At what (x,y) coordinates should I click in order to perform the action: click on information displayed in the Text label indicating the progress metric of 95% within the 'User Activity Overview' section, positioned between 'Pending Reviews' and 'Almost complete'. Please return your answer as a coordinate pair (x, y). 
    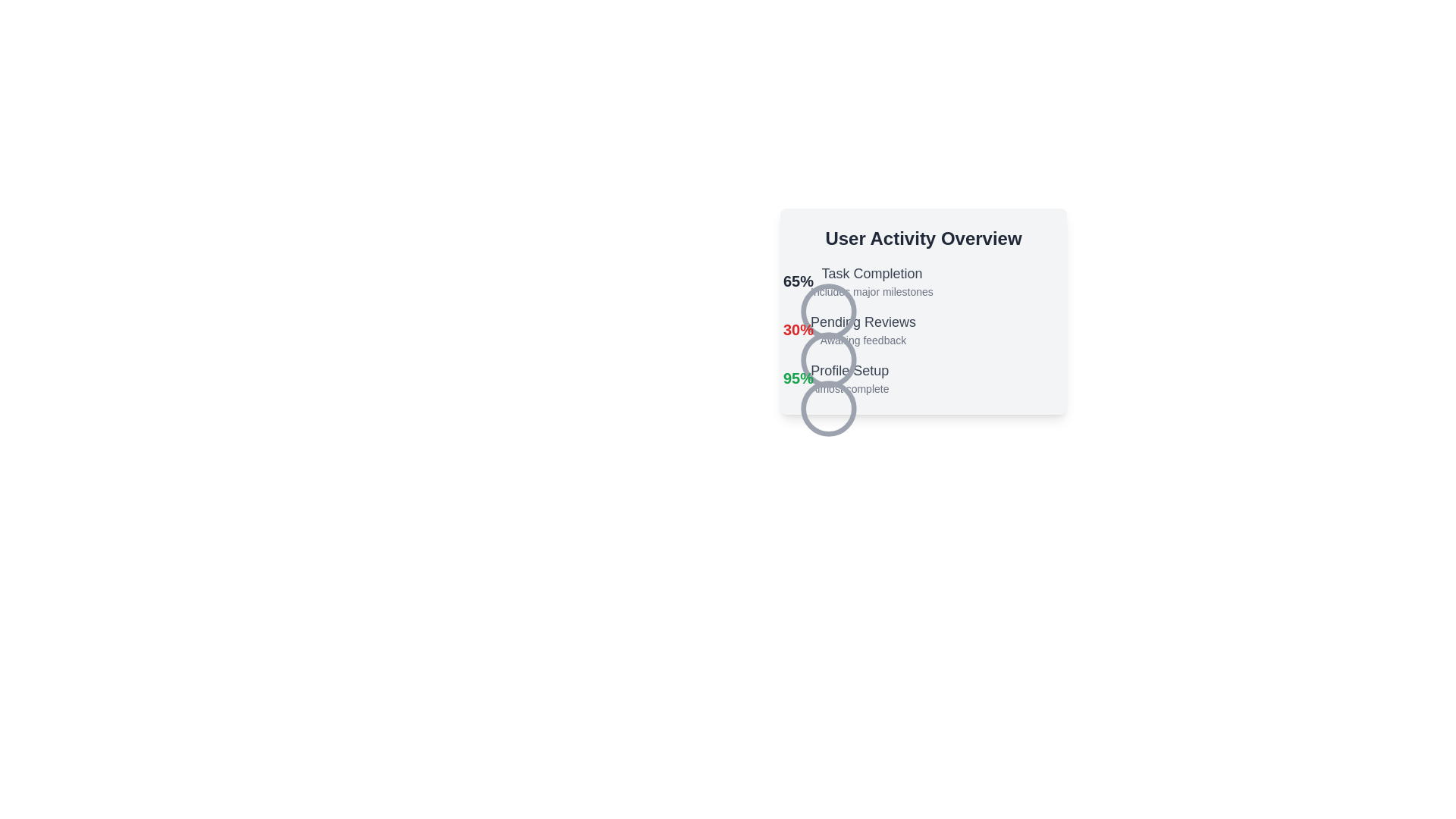
    Looking at the image, I should click on (849, 371).